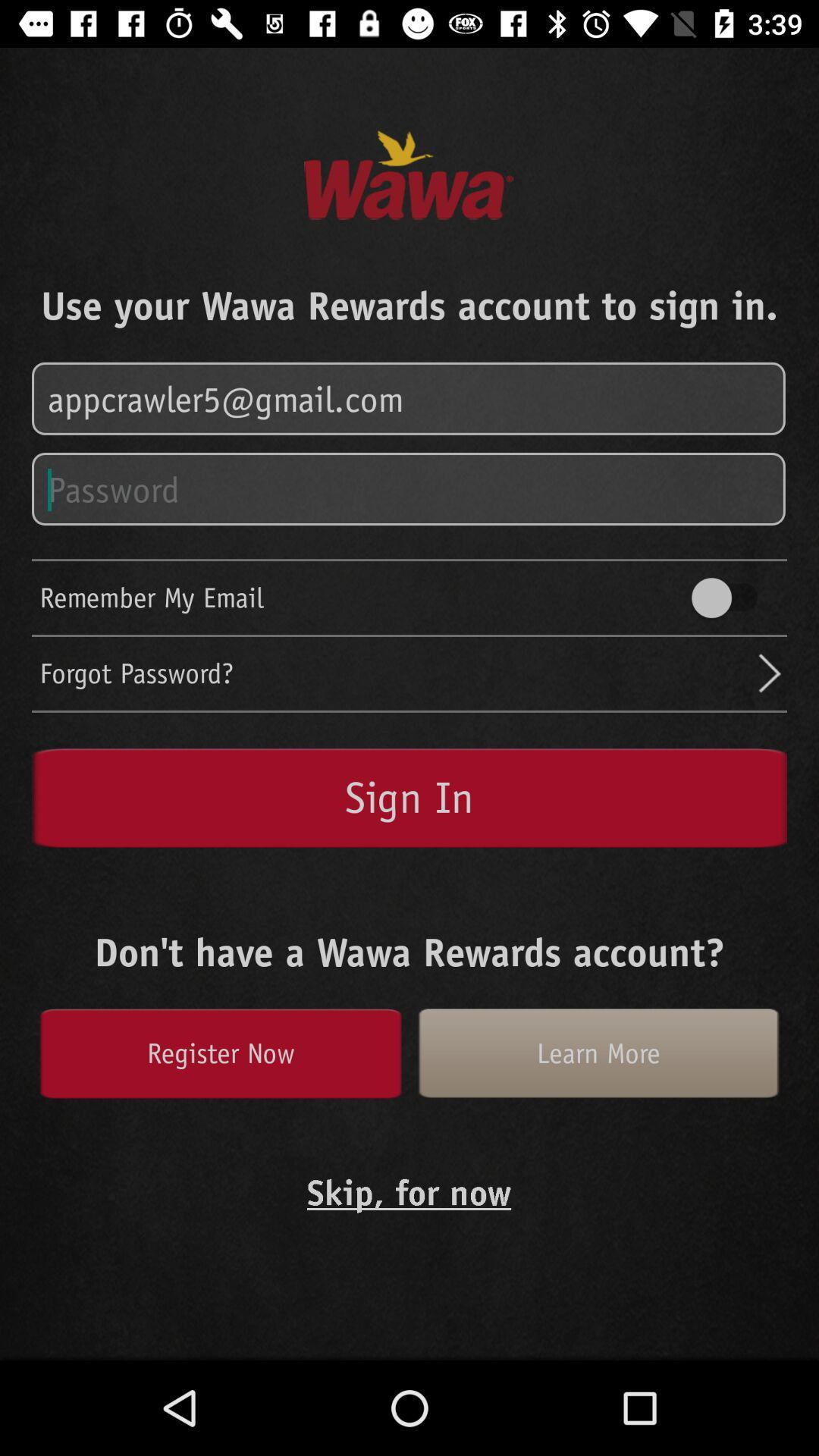 This screenshot has height=1456, width=819. I want to click on log in, so click(409, 400).